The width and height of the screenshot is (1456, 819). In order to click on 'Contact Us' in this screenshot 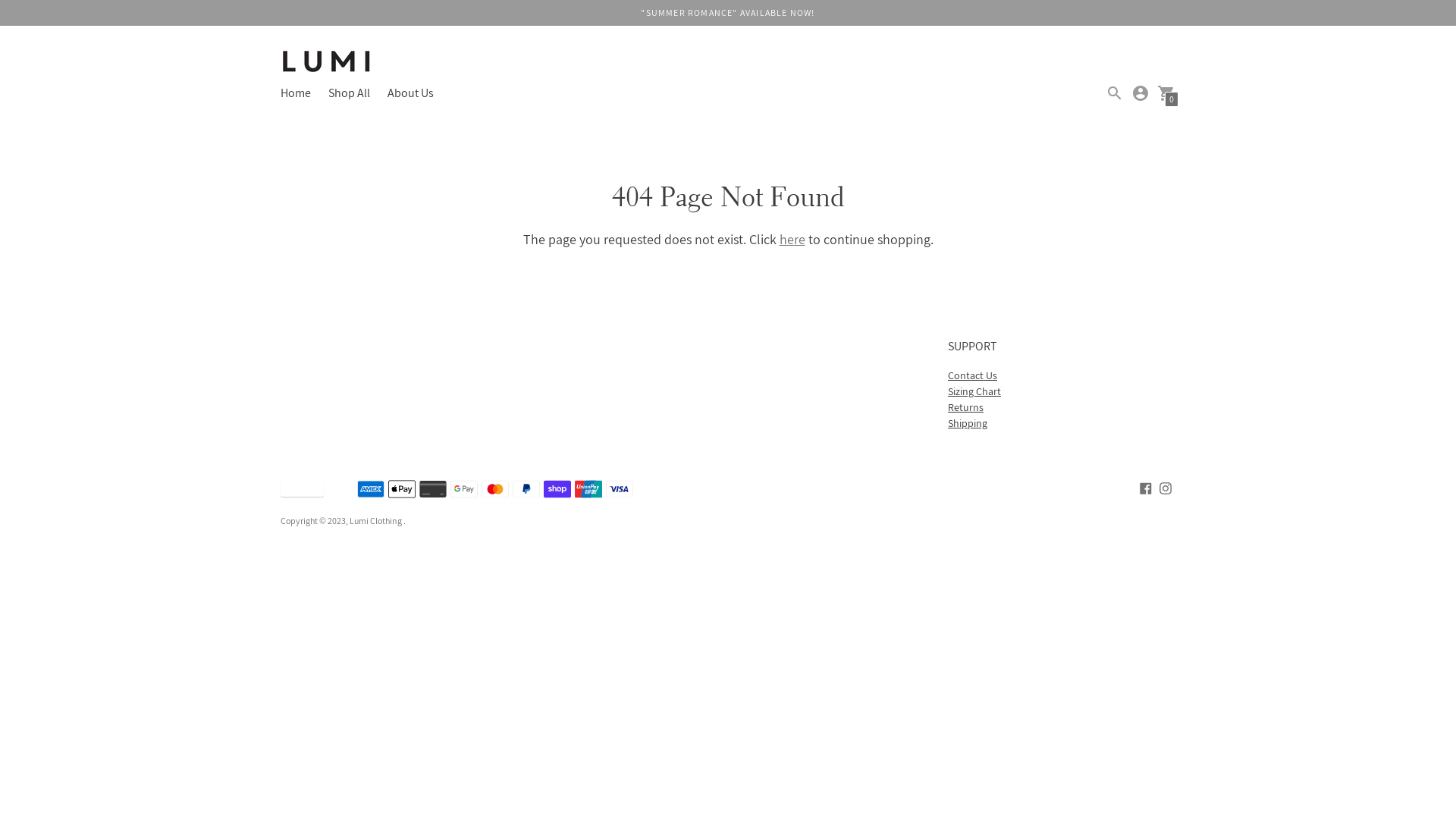, I will do `click(972, 375)`.